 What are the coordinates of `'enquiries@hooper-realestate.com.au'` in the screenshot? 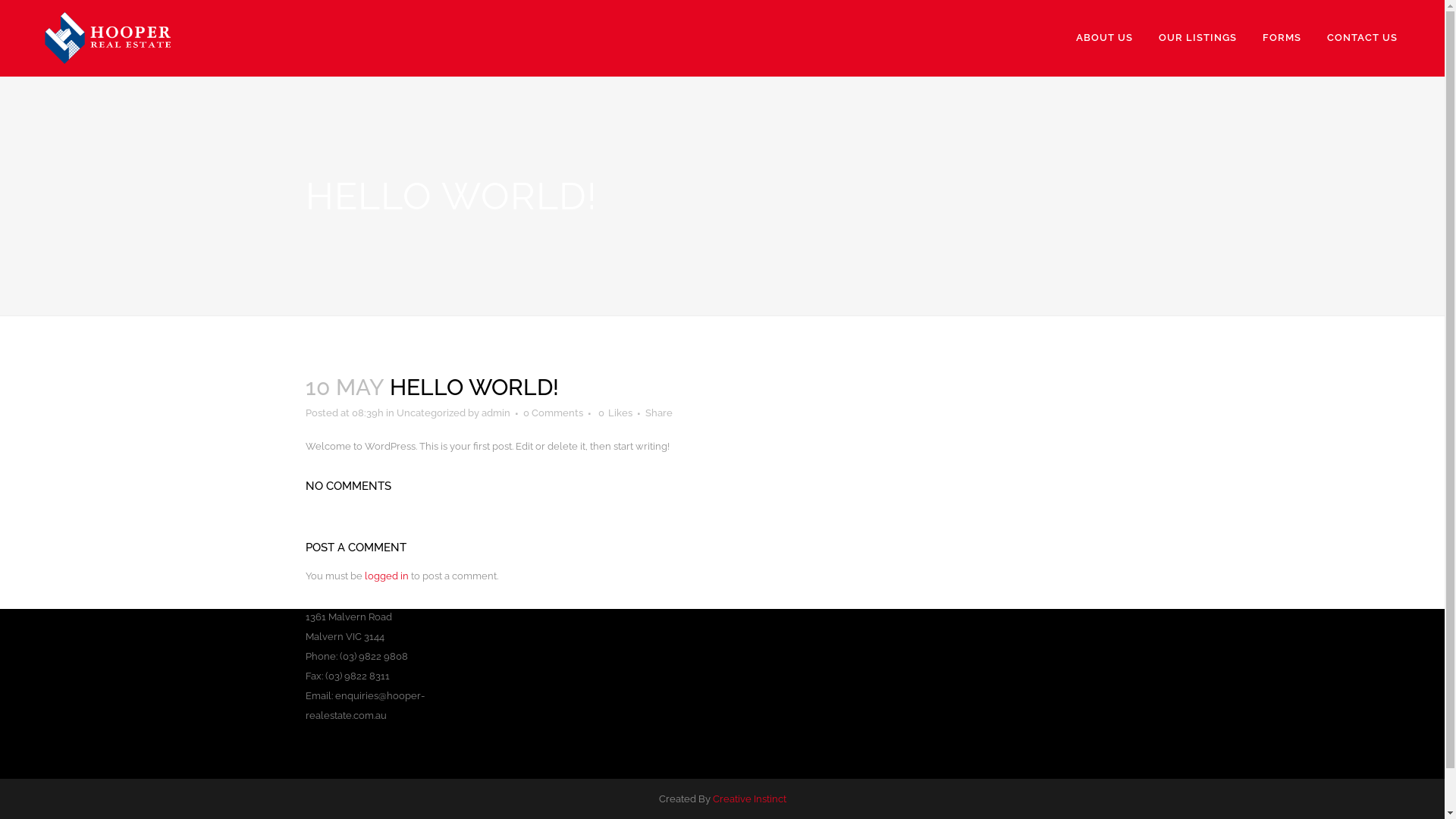 It's located at (364, 705).